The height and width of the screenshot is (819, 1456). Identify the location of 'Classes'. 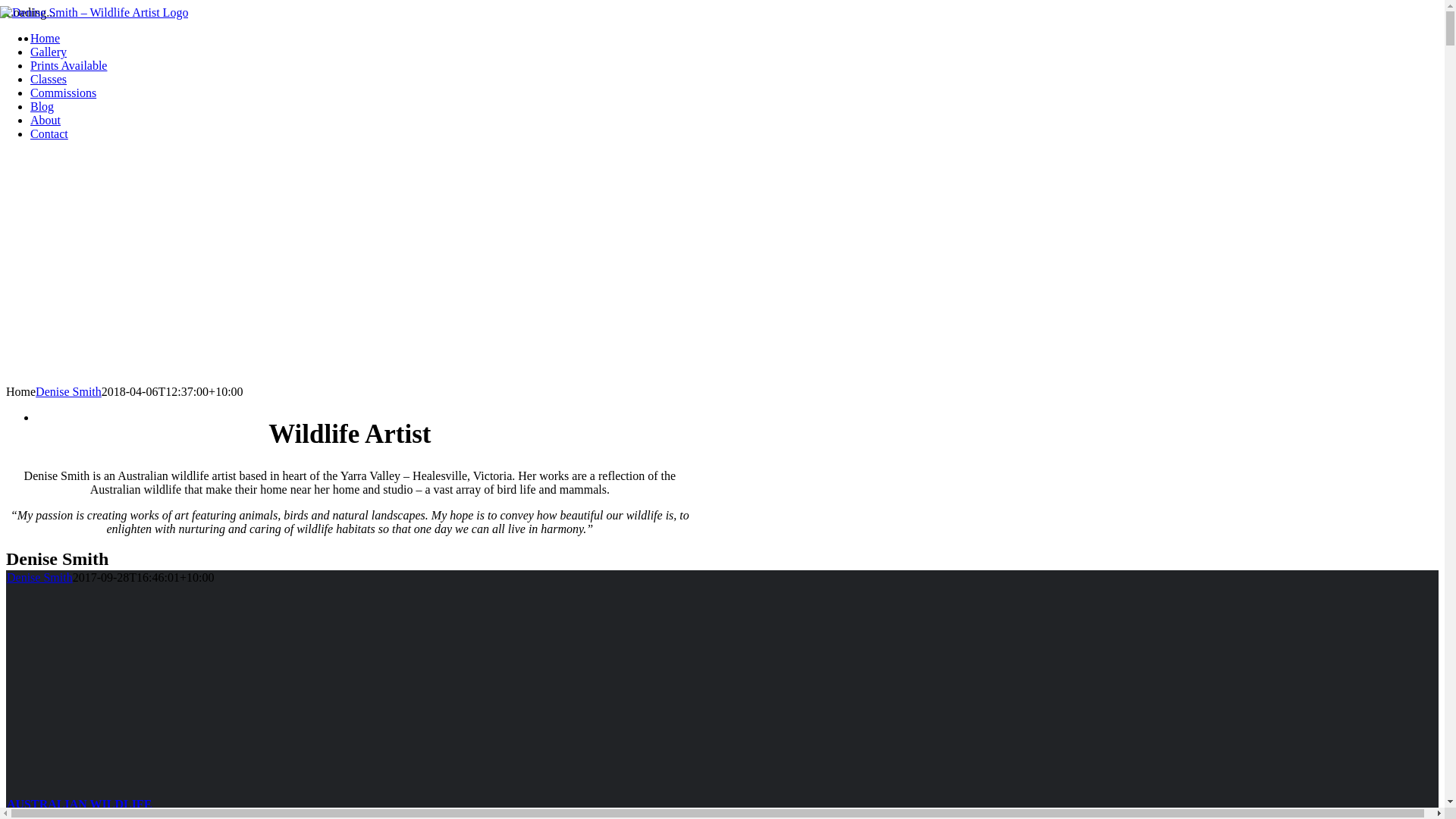
(48, 79).